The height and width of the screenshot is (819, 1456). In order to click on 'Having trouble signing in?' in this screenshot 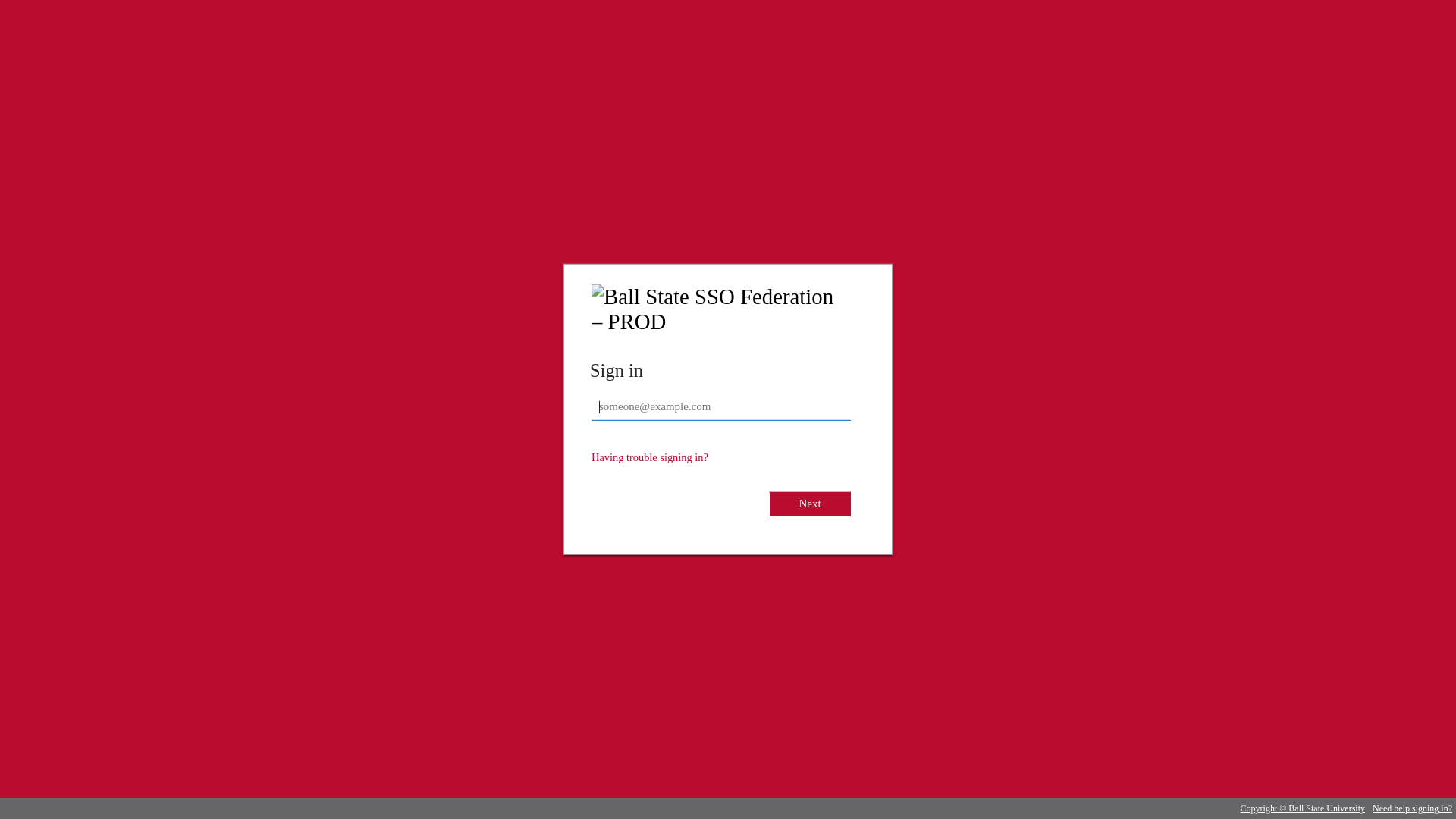, I will do `click(650, 456)`.